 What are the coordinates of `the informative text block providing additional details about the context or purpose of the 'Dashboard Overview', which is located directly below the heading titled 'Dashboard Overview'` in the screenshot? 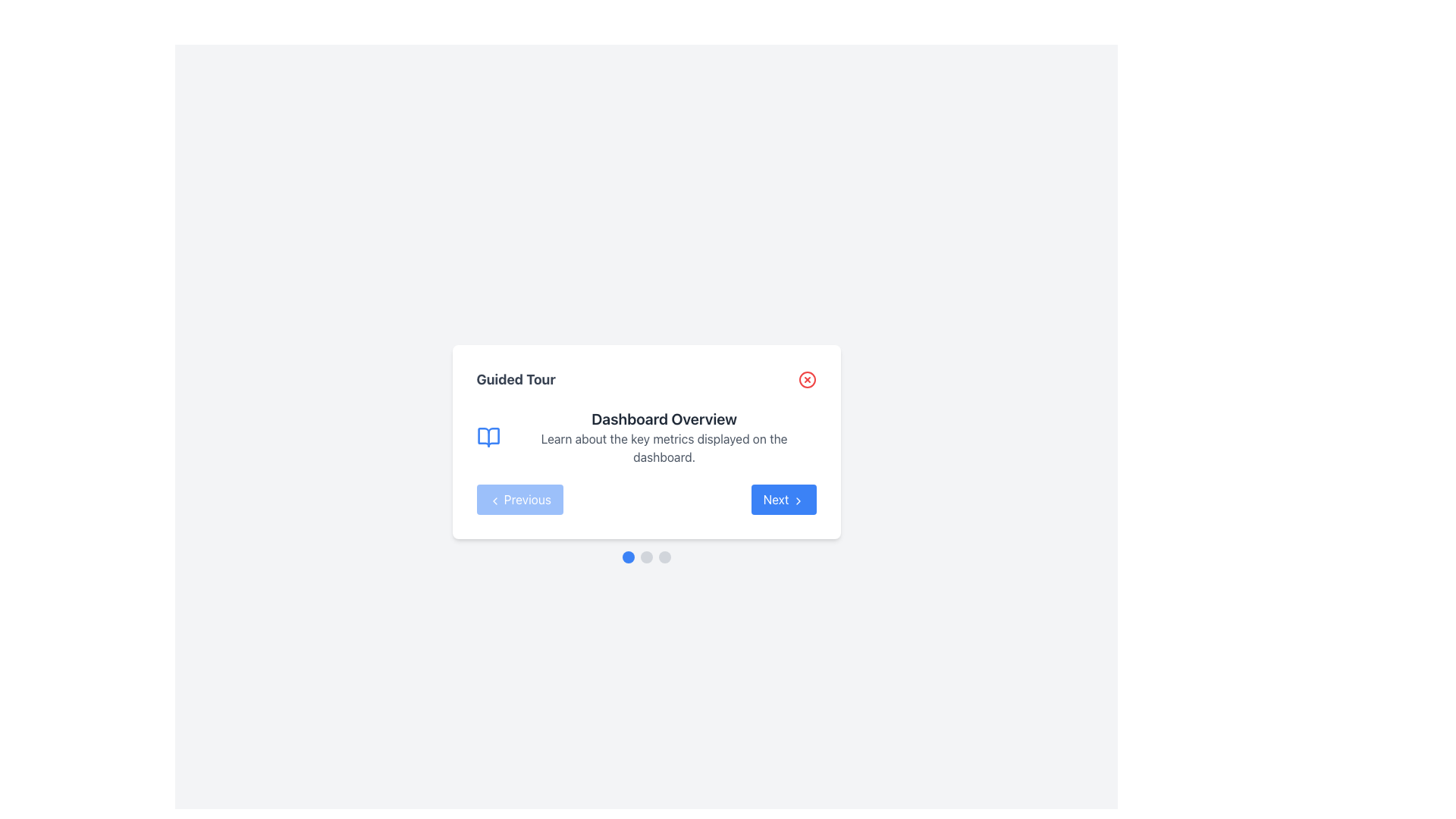 It's located at (664, 447).